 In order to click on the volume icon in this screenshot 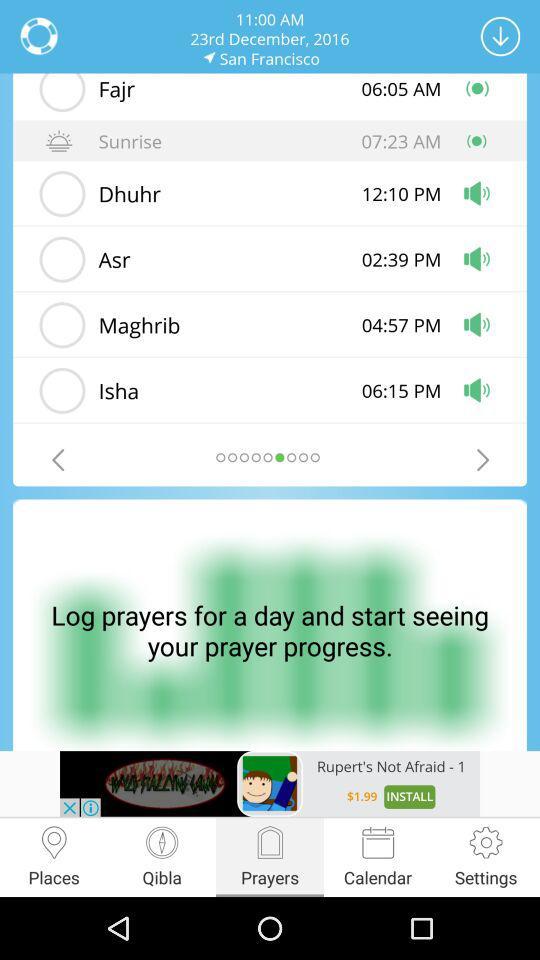, I will do `click(476, 389)`.